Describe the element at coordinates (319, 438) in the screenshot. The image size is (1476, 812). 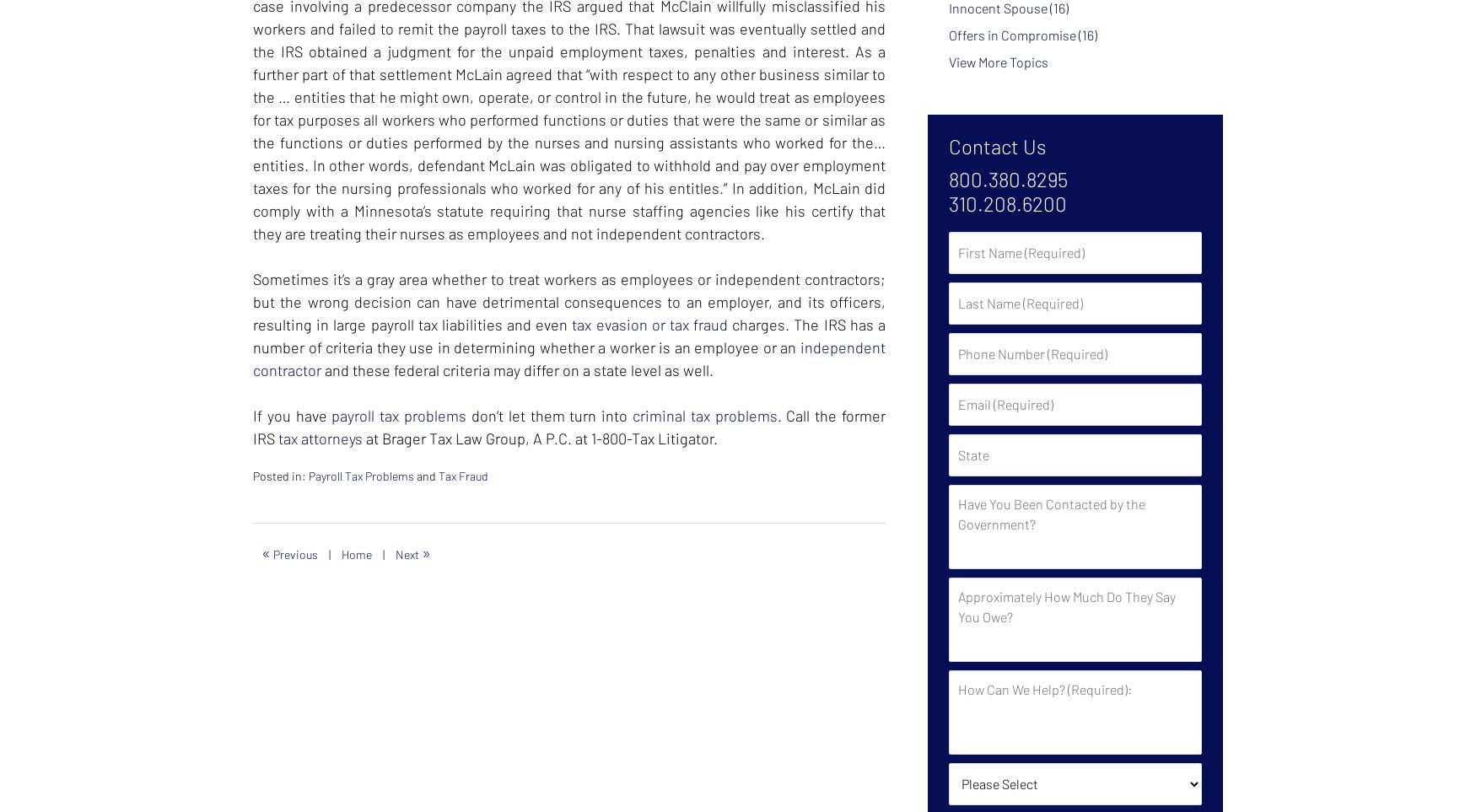
I see `'tax attorneys'` at that location.